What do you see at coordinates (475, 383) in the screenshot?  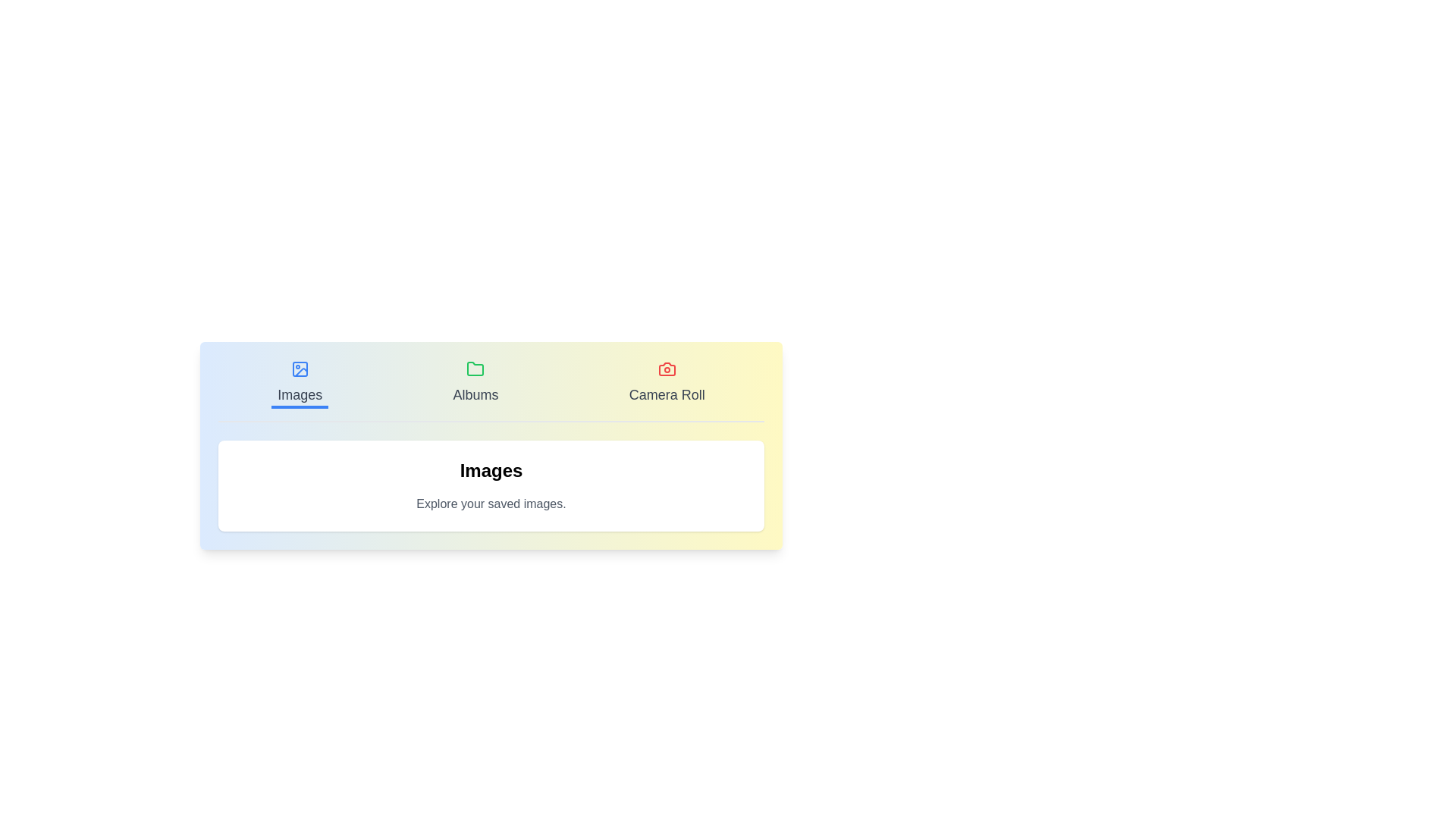 I see `the Albums tab` at bounding box center [475, 383].